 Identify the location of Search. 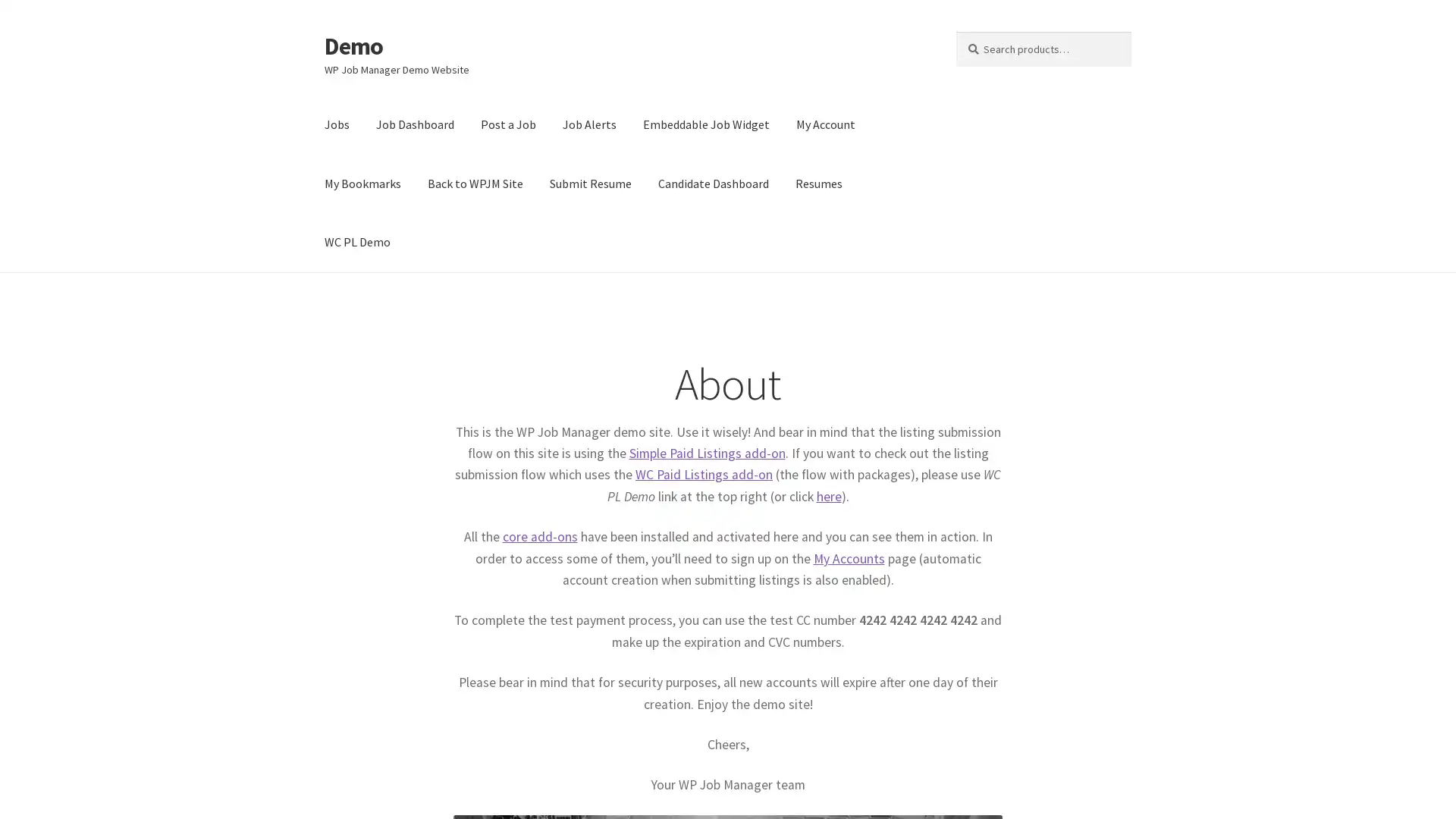
(954, 30).